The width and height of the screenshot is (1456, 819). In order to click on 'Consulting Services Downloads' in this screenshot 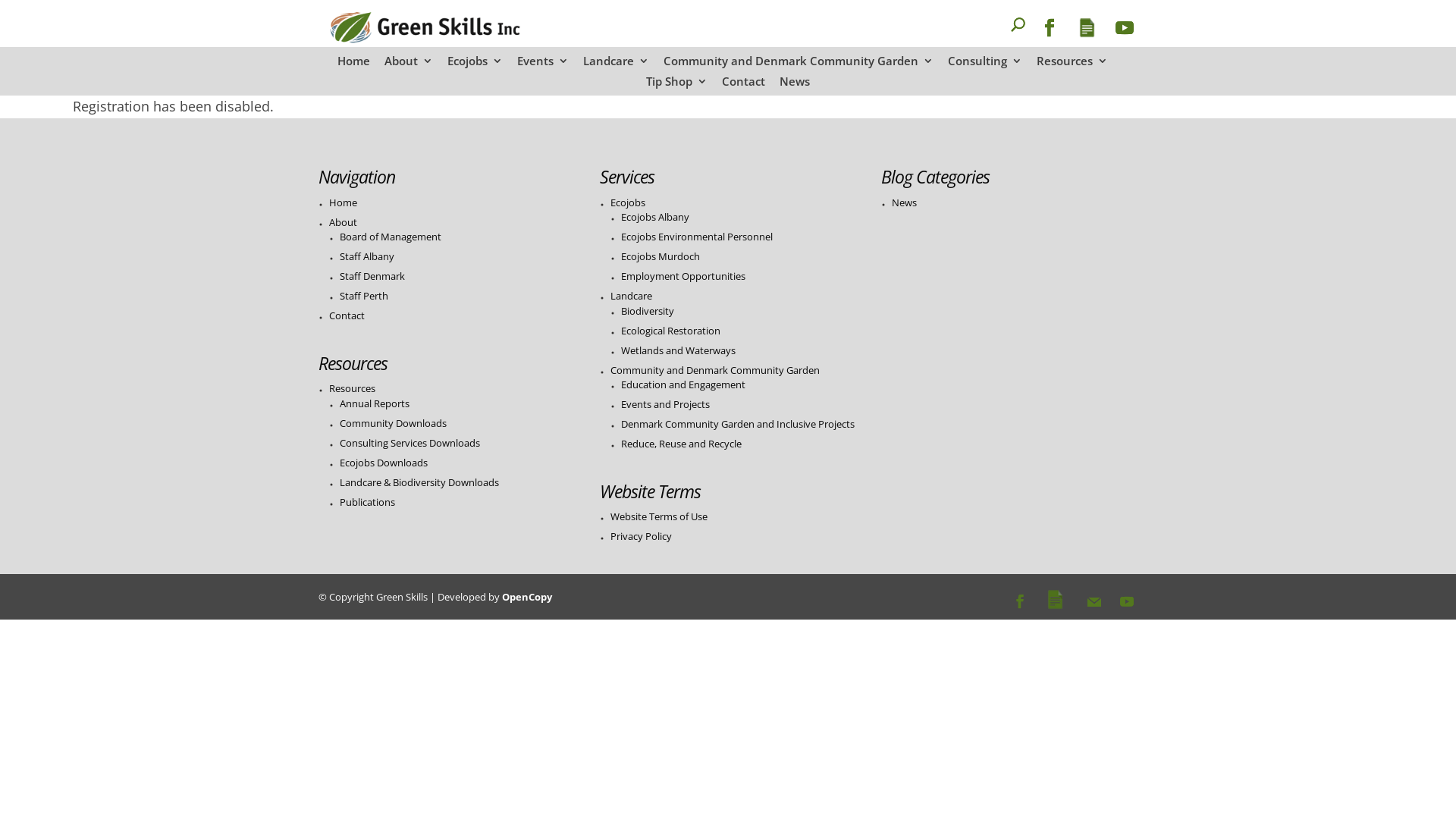, I will do `click(338, 442)`.